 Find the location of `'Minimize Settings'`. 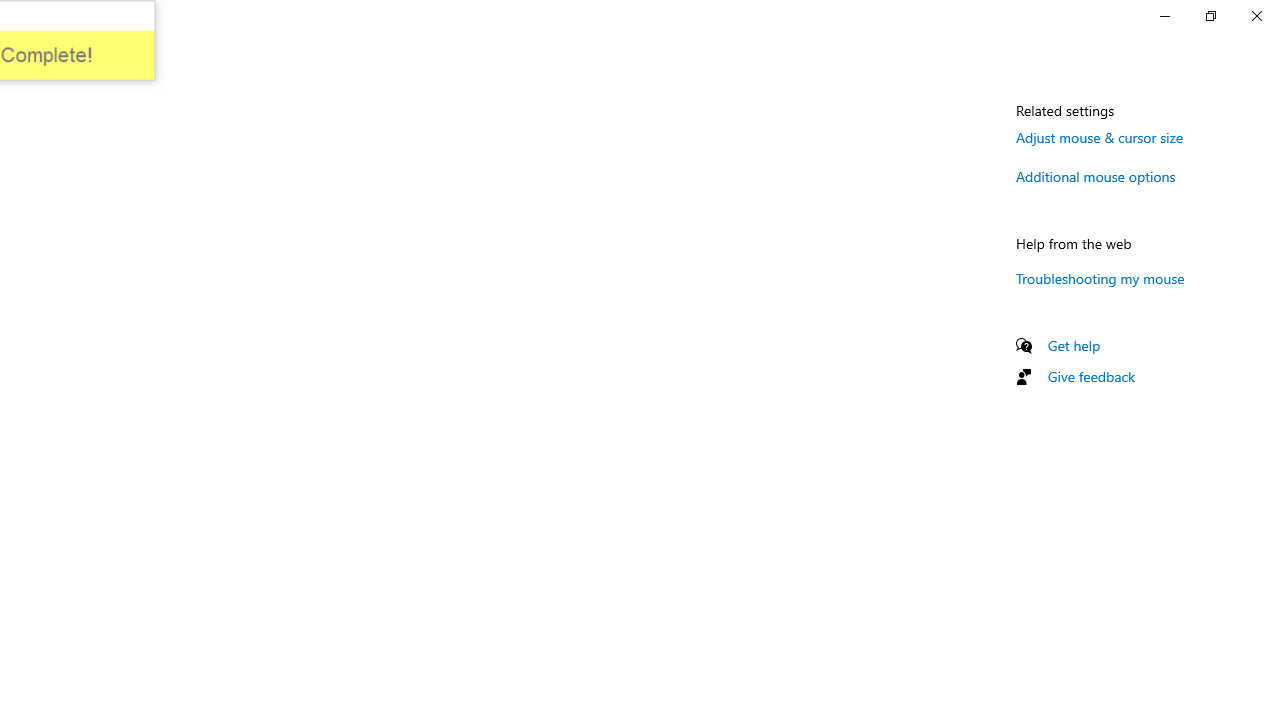

'Minimize Settings' is located at coordinates (1164, 15).